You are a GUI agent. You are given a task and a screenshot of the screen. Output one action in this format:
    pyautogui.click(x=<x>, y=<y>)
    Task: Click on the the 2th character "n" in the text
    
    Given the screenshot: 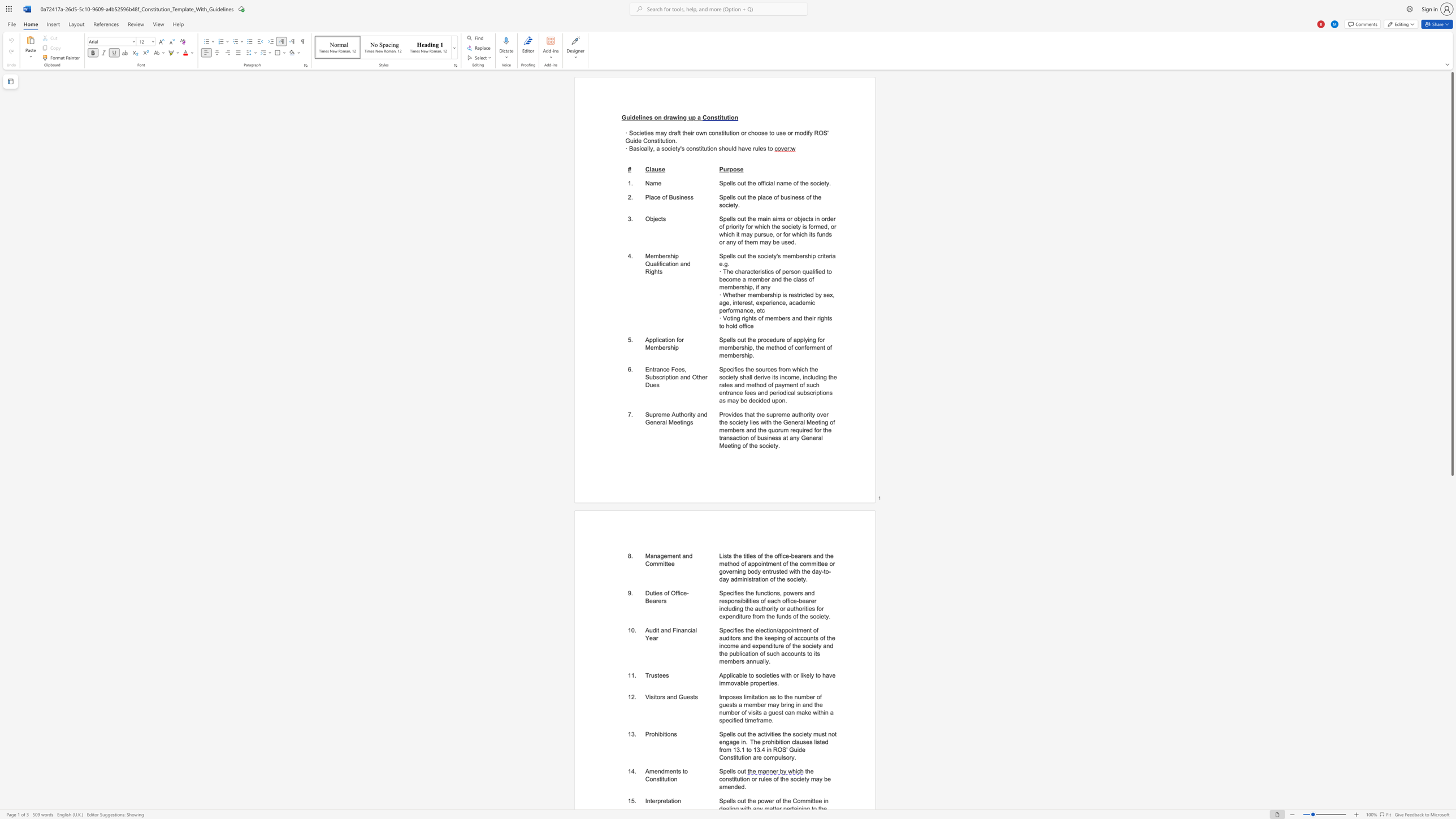 What is the action you would take?
    pyautogui.click(x=660, y=117)
    